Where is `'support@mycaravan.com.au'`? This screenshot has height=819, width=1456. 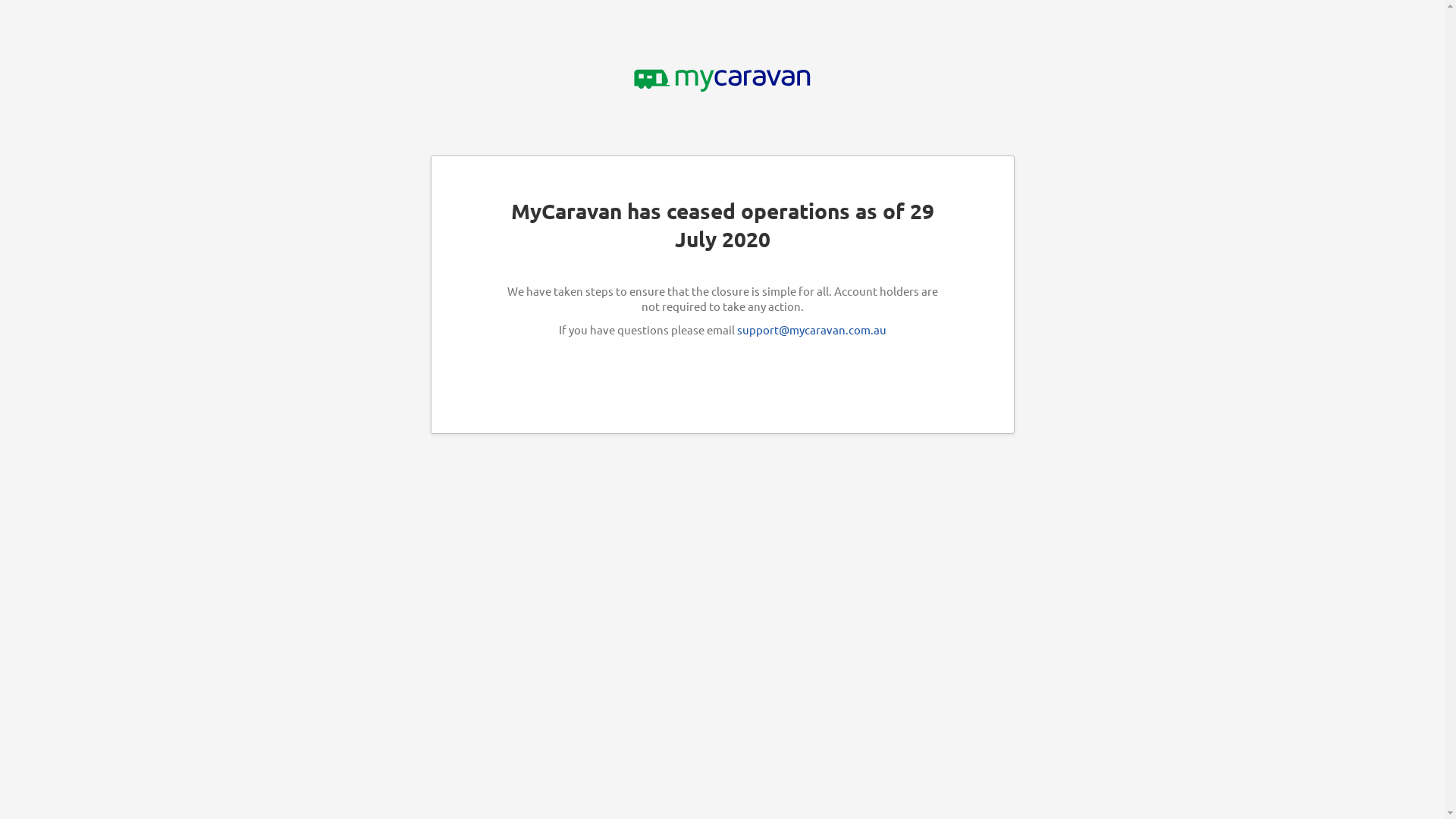
'support@mycaravan.com.au' is located at coordinates (811, 328).